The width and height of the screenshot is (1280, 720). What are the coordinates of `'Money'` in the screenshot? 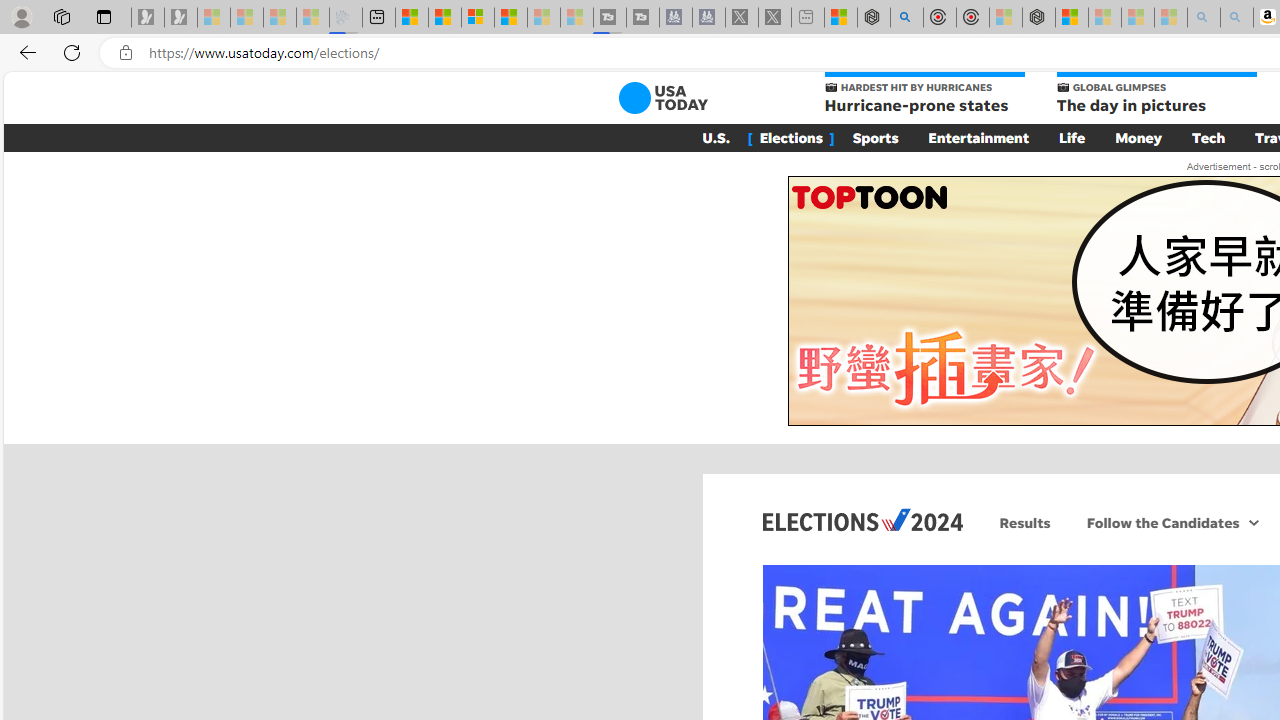 It's located at (1138, 136).